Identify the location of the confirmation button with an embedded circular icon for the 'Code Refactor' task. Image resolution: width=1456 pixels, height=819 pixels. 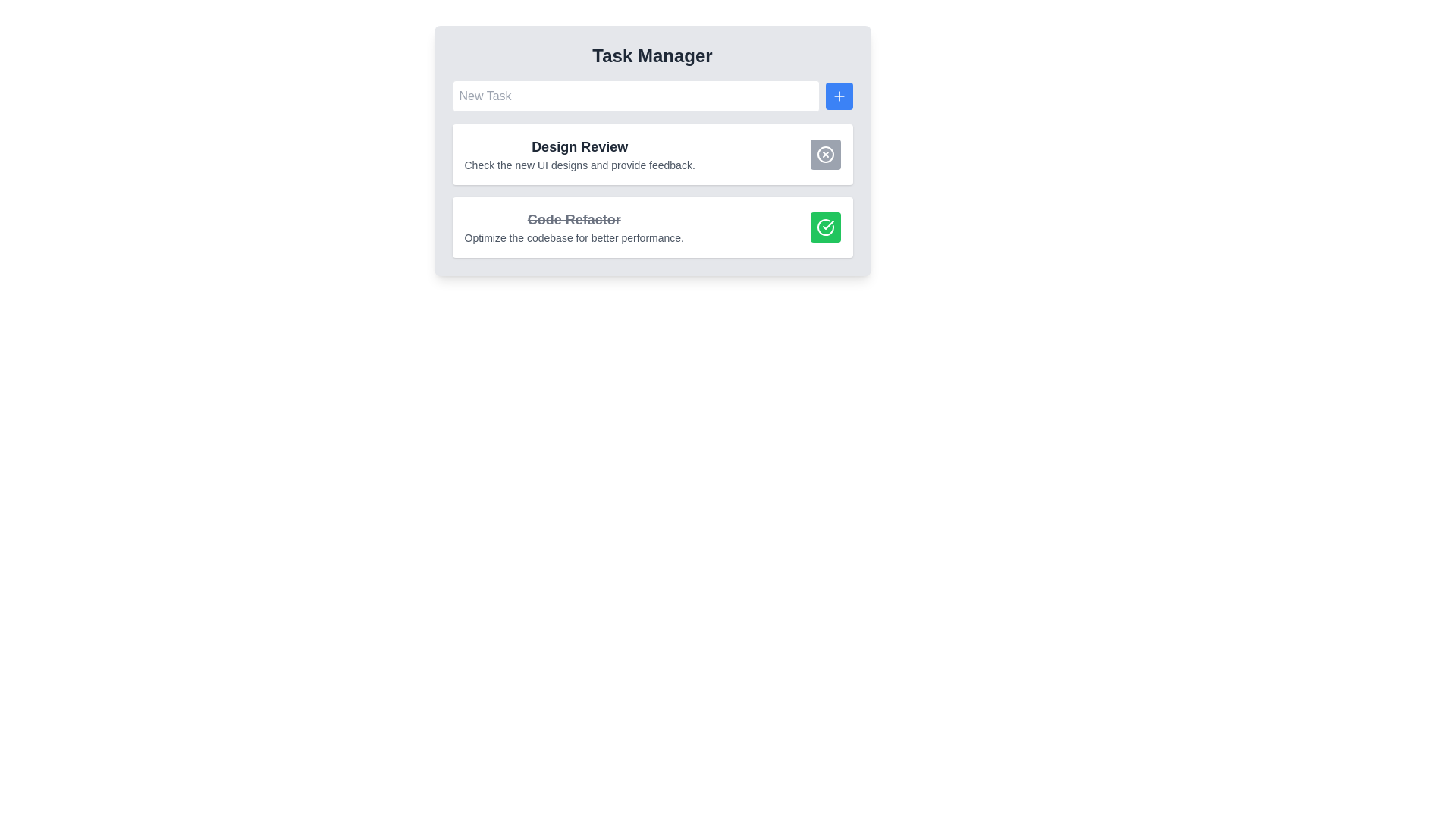
(824, 227).